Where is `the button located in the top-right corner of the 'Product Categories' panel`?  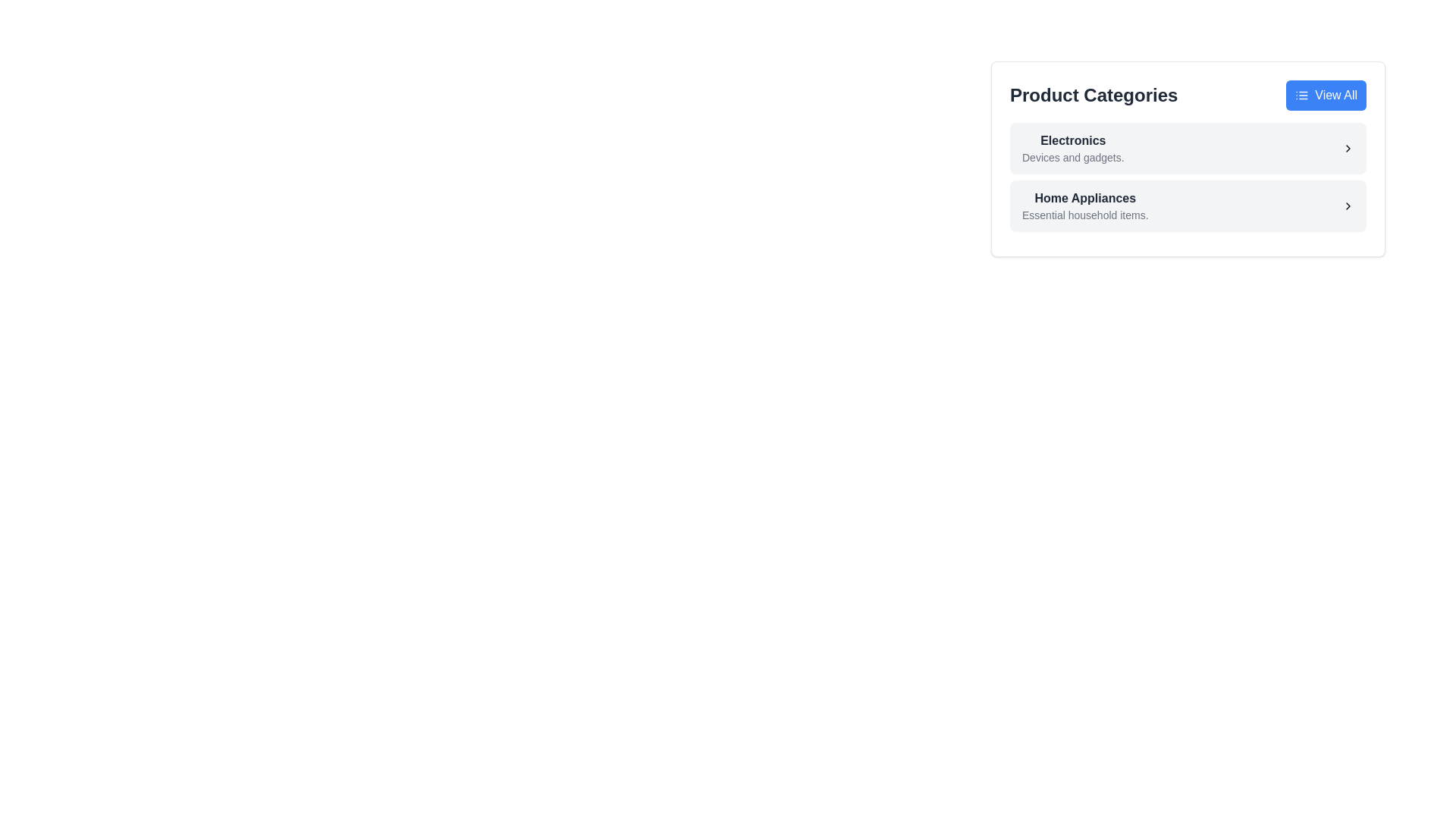 the button located in the top-right corner of the 'Product Categories' panel is located at coordinates (1326, 96).